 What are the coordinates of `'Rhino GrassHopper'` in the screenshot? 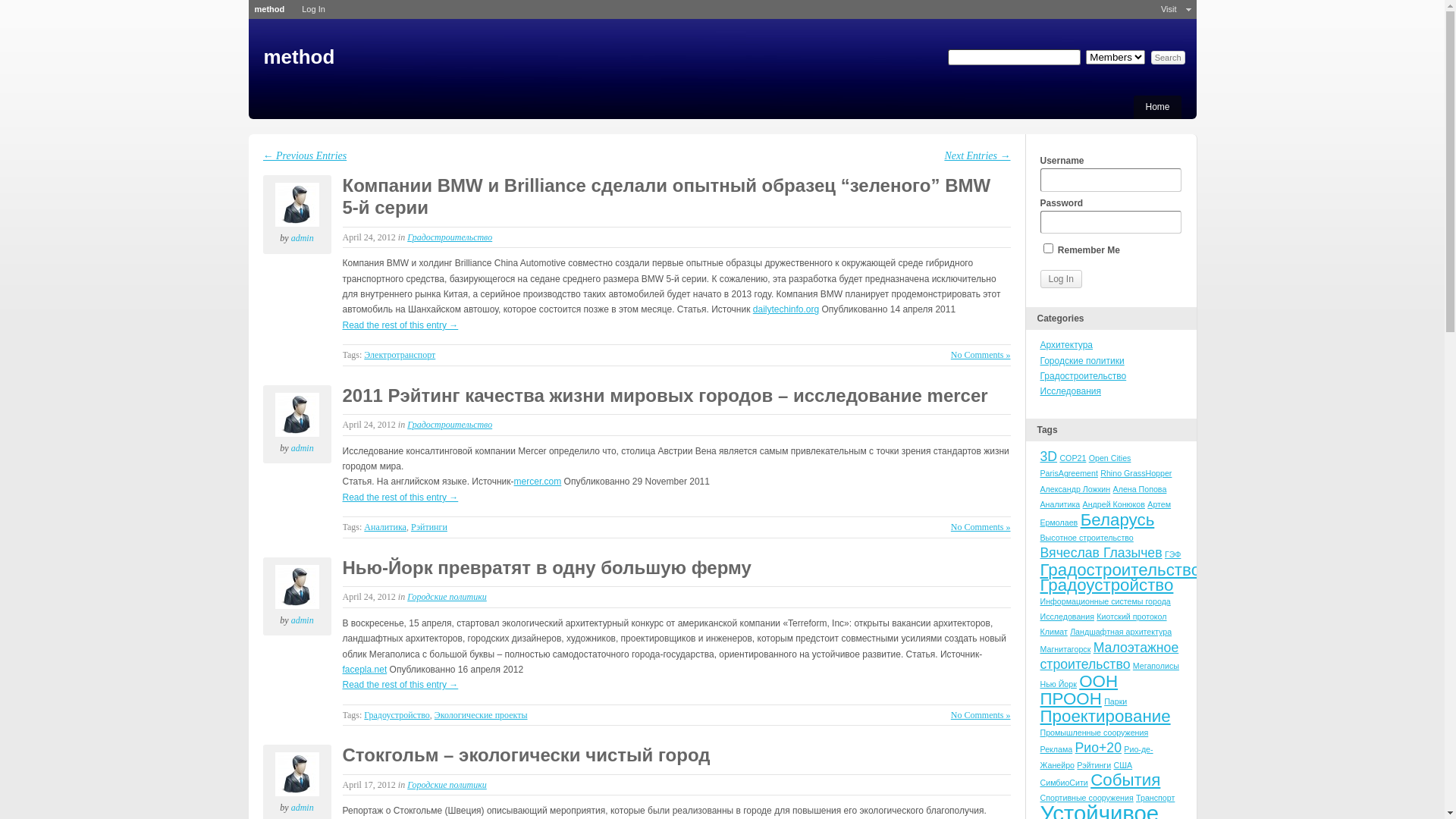 It's located at (1135, 472).